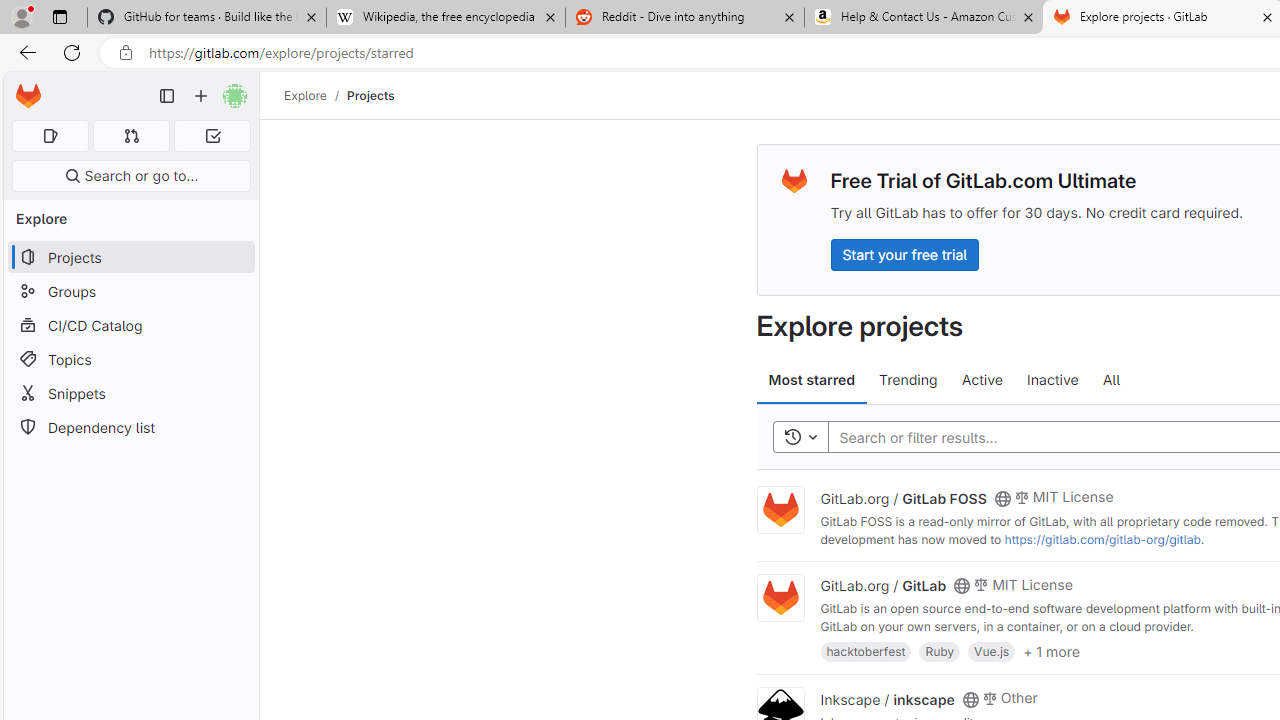 The width and height of the screenshot is (1280, 720). Describe the element at coordinates (304, 95) in the screenshot. I see `'Explore'` at that location.